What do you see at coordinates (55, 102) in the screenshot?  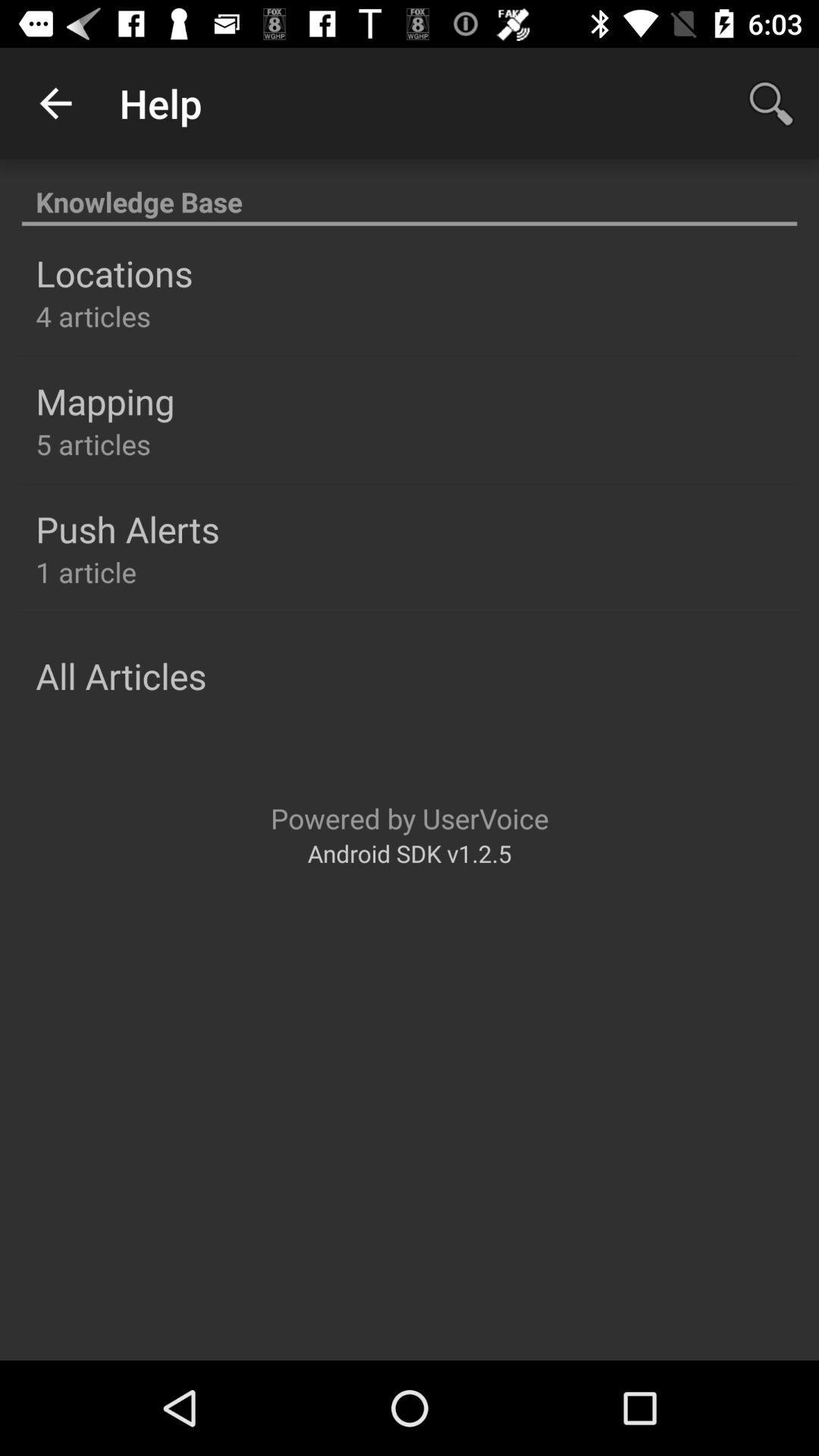 I see `the icon above knowledge base item` at bounding box center [55, 102].